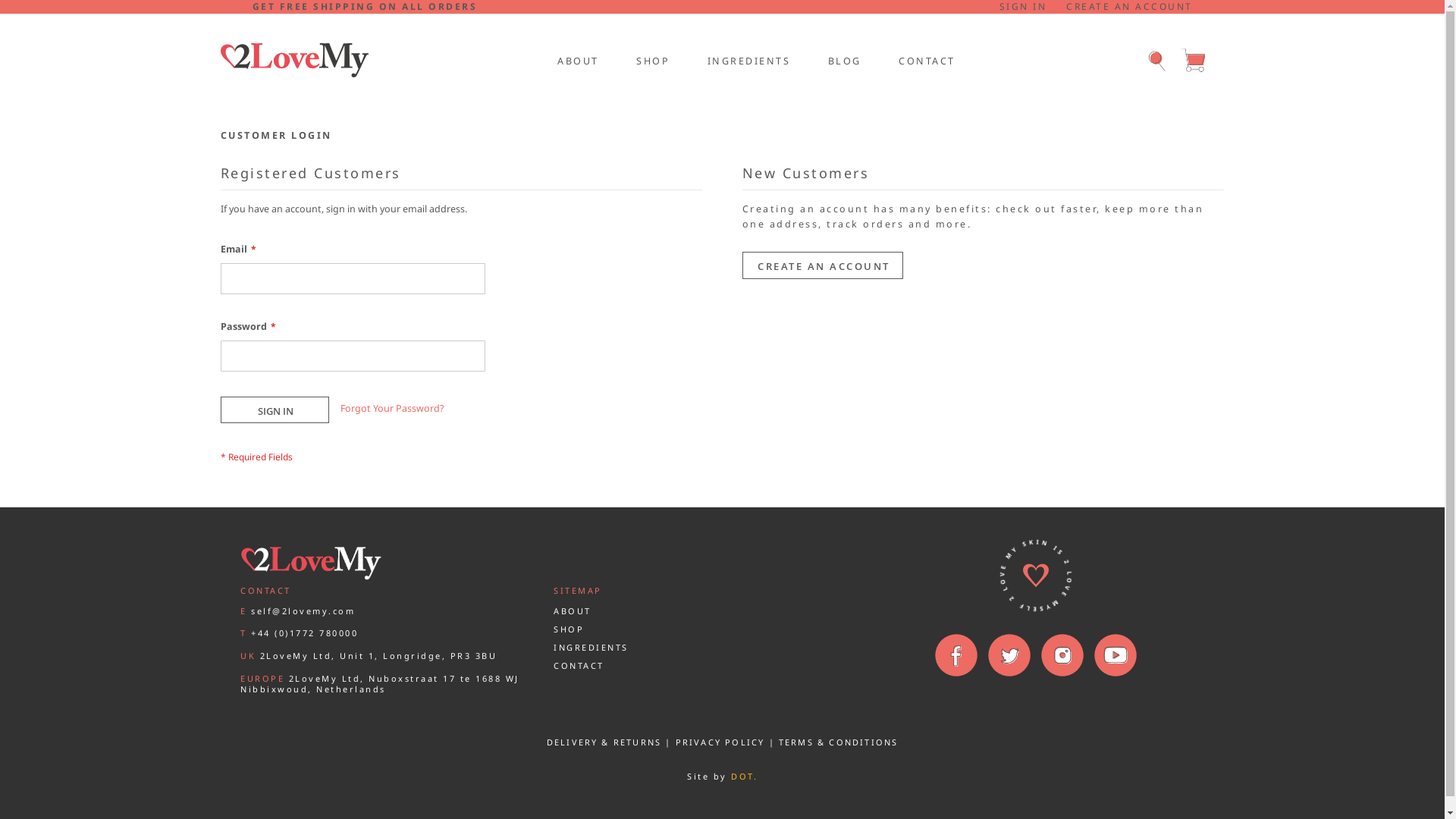  I want to click on 'Facebook', so click(932, 654).